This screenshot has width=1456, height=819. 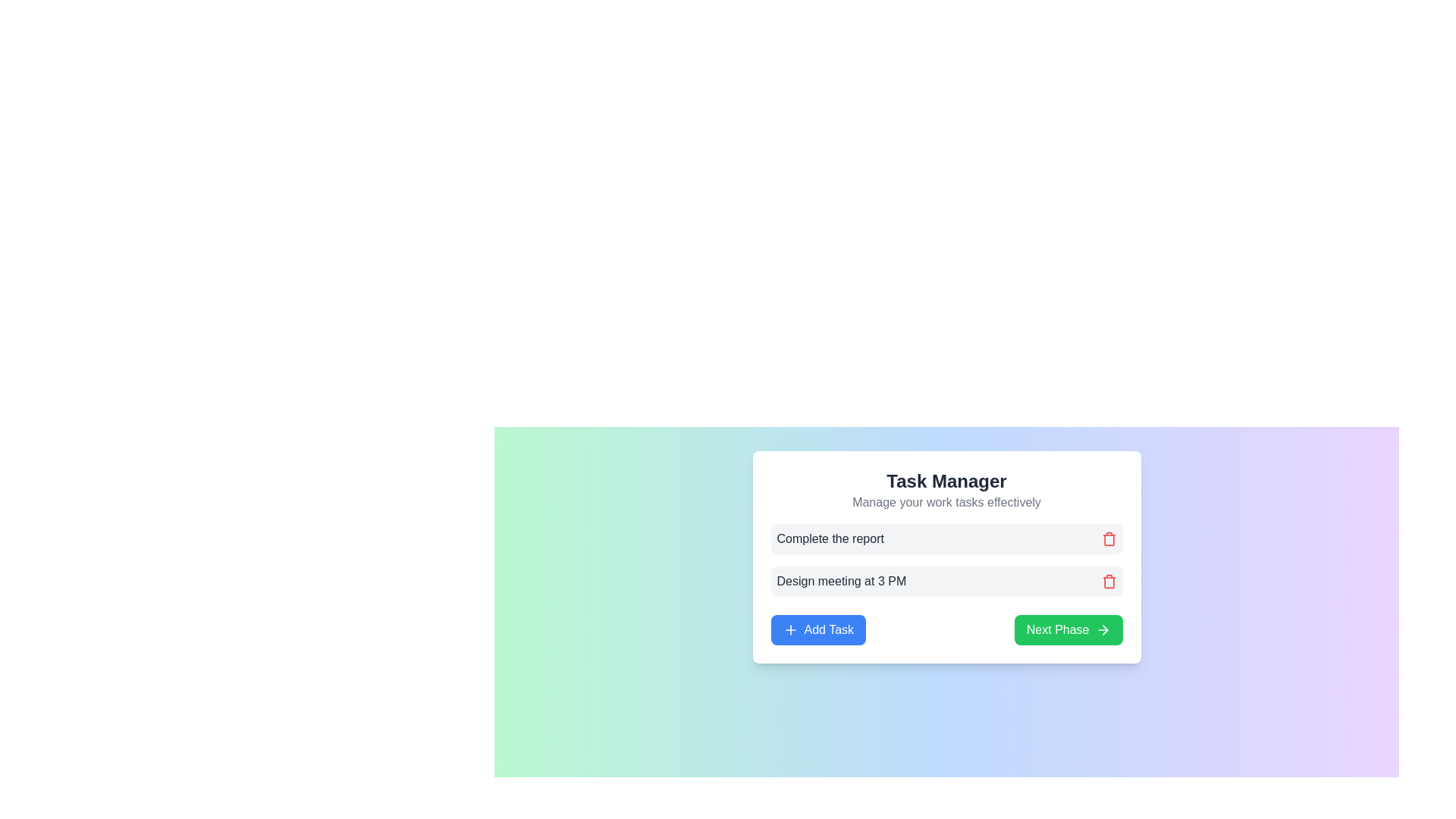 I want to click on the task item labeled 'Design meeting at 3 PM' for editing by clicking on it, so click(x=946, y=581).